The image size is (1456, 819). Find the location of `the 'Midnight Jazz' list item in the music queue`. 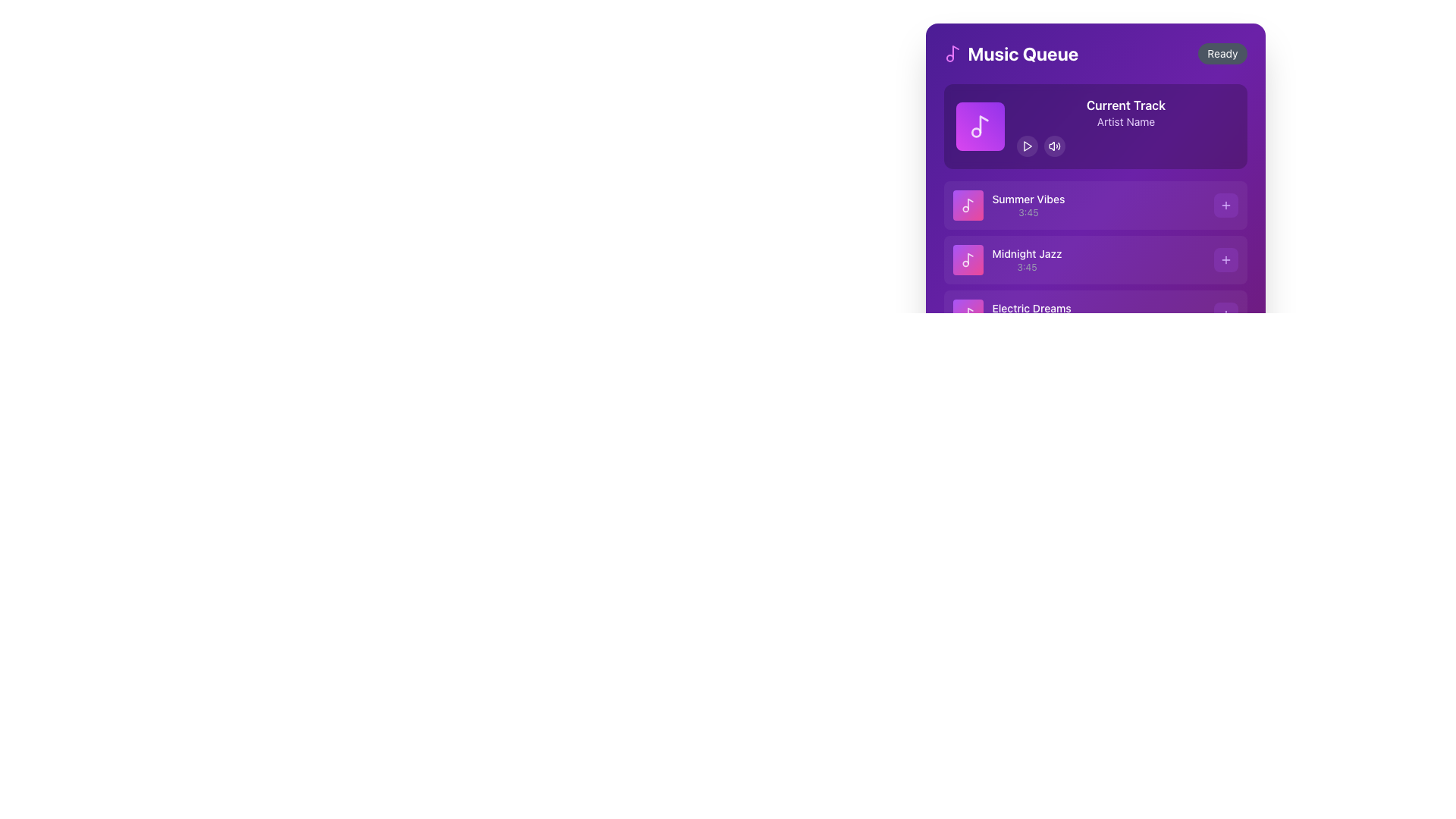

the 'Midnight Jazz' list item in the music queue is located at coordinates (1095, 237).